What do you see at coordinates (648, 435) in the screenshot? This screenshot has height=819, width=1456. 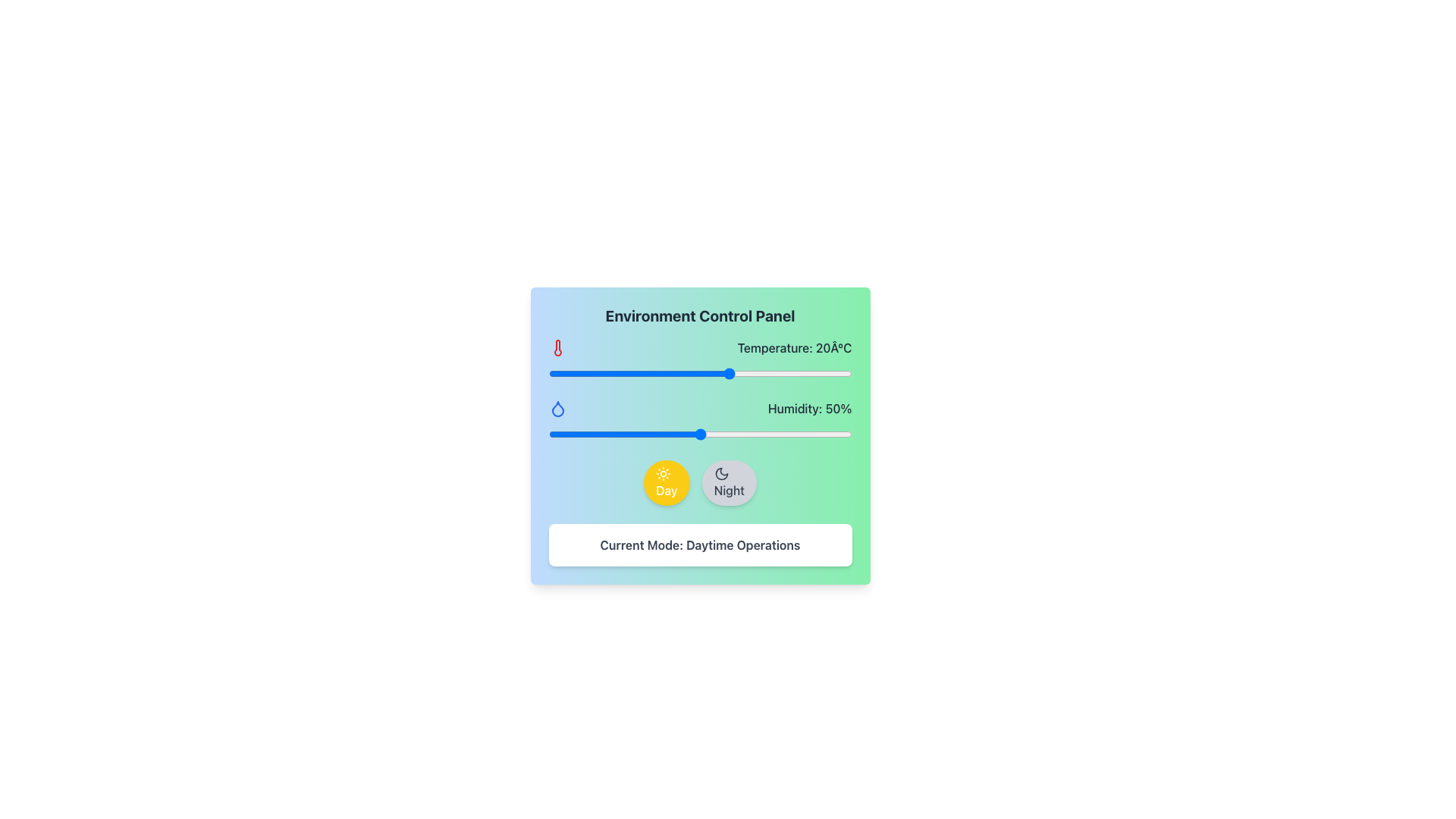 I see `the humidity level` at bounding box center [648, 435].